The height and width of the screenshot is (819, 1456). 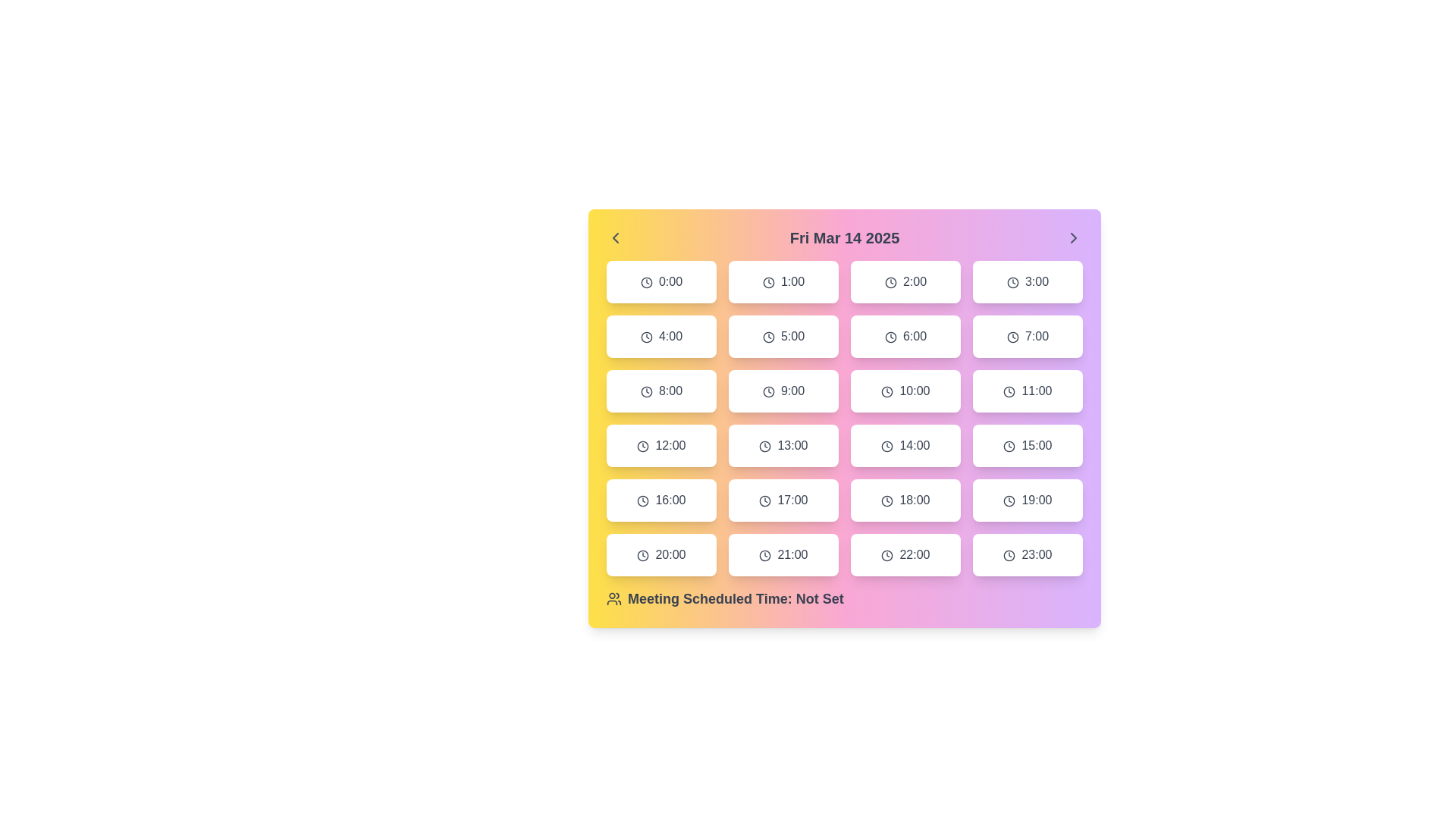 I want to click on text element displaying 'Meeting Scheduled Time: Not Set' which is located at the bottom center of the interface, so click(x=736, y=598).